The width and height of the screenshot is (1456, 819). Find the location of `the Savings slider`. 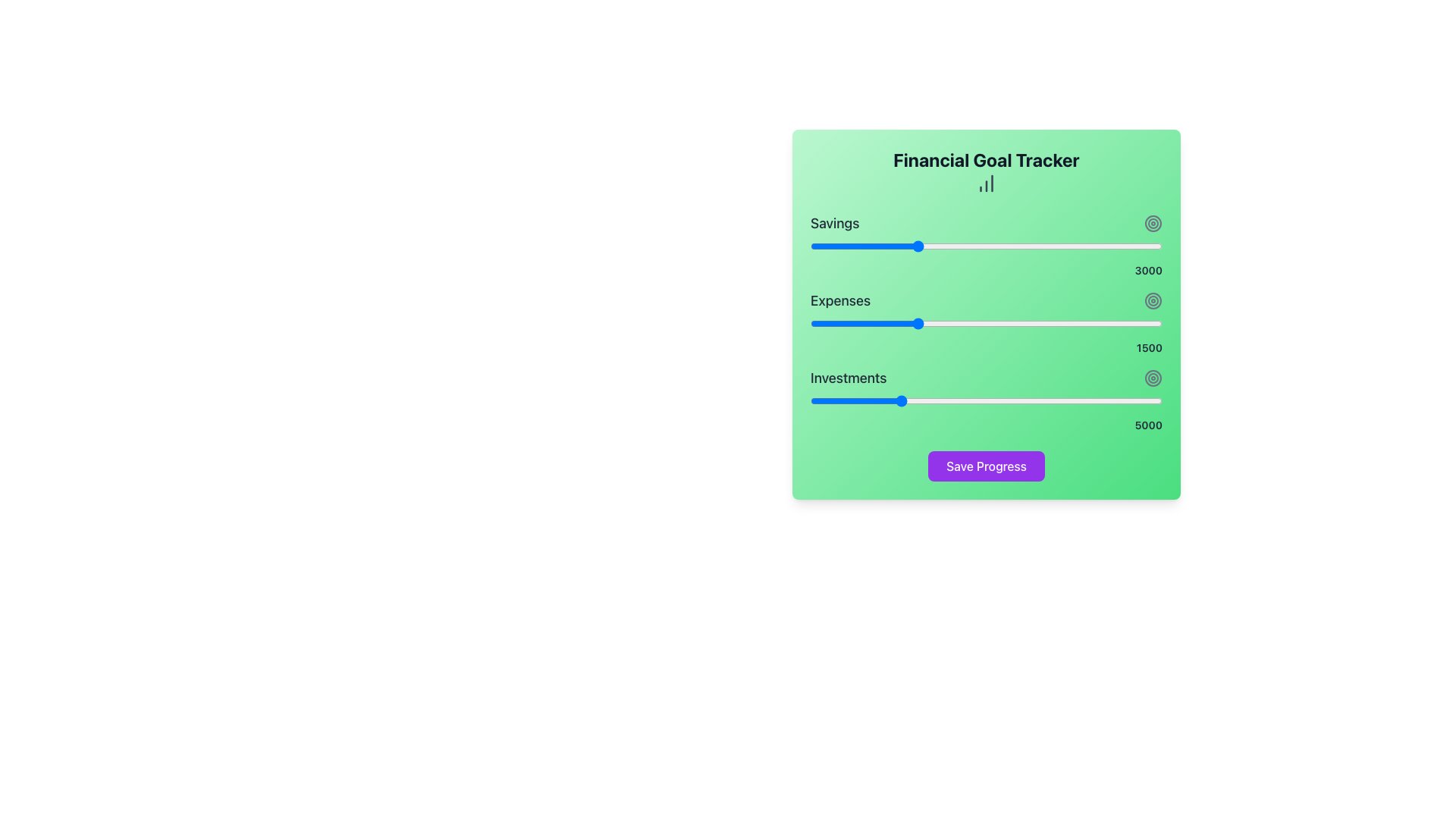

the Savings slider is located at coordinates (1048, 245).